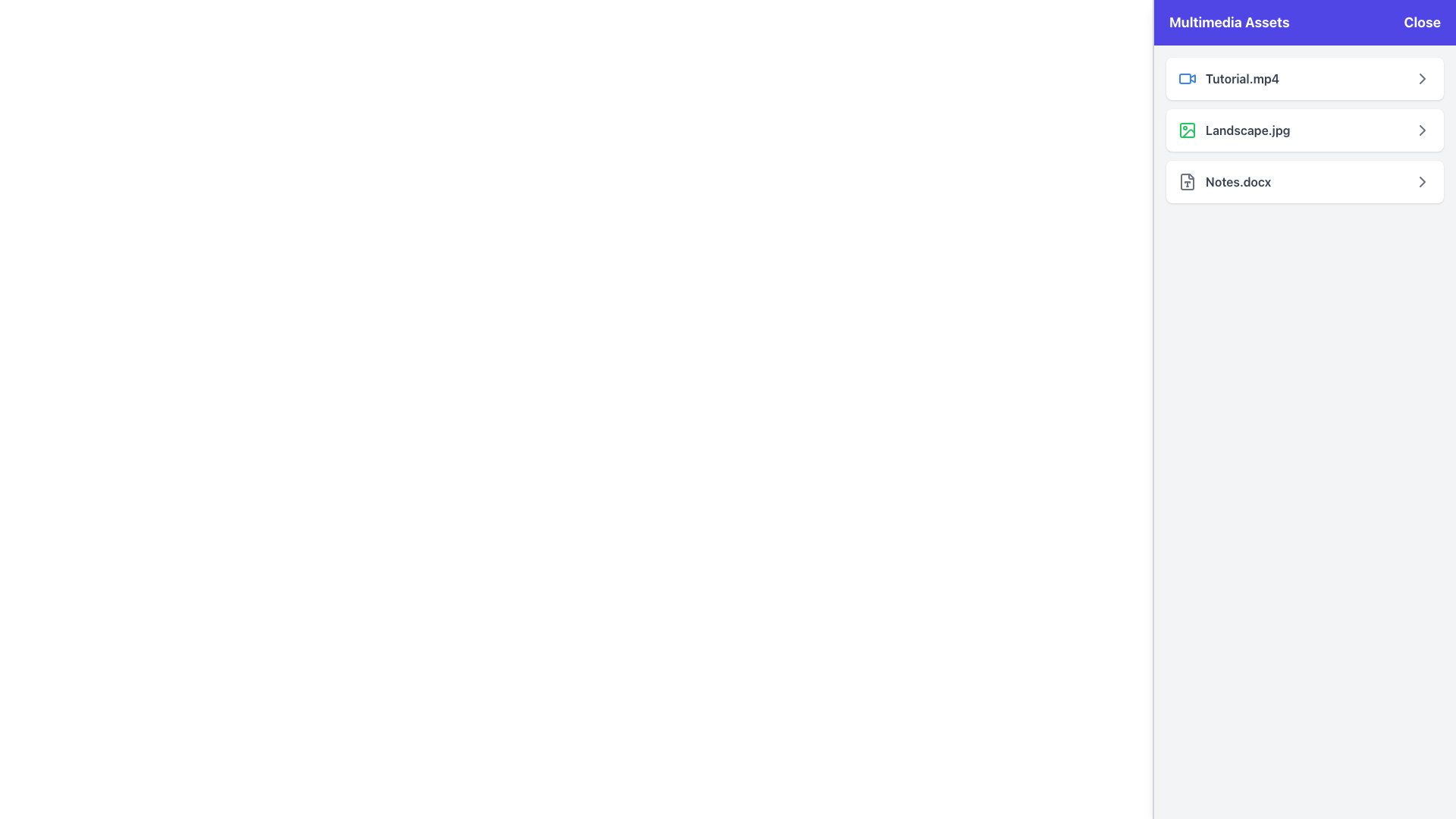  Describe the element at coordinates (1304, 180) in the screenshot. I see `the third list item in the sidebar that contains the file name 'Notes.docx'` at that location.